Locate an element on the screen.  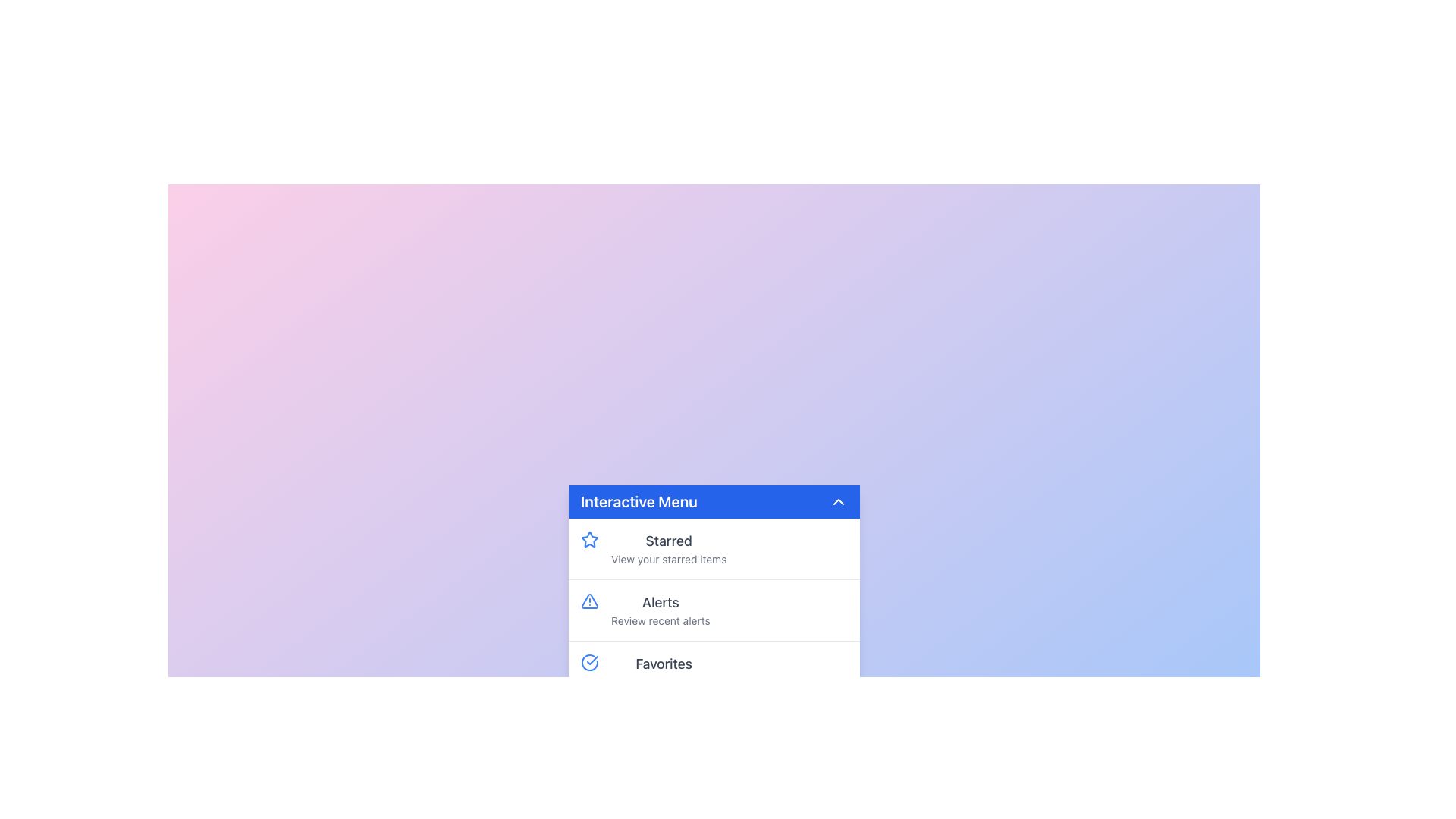
the collapse button located at the far right of the 'Interactive Menu' header bar to minimize the menu is located at coordinates (837, 502).